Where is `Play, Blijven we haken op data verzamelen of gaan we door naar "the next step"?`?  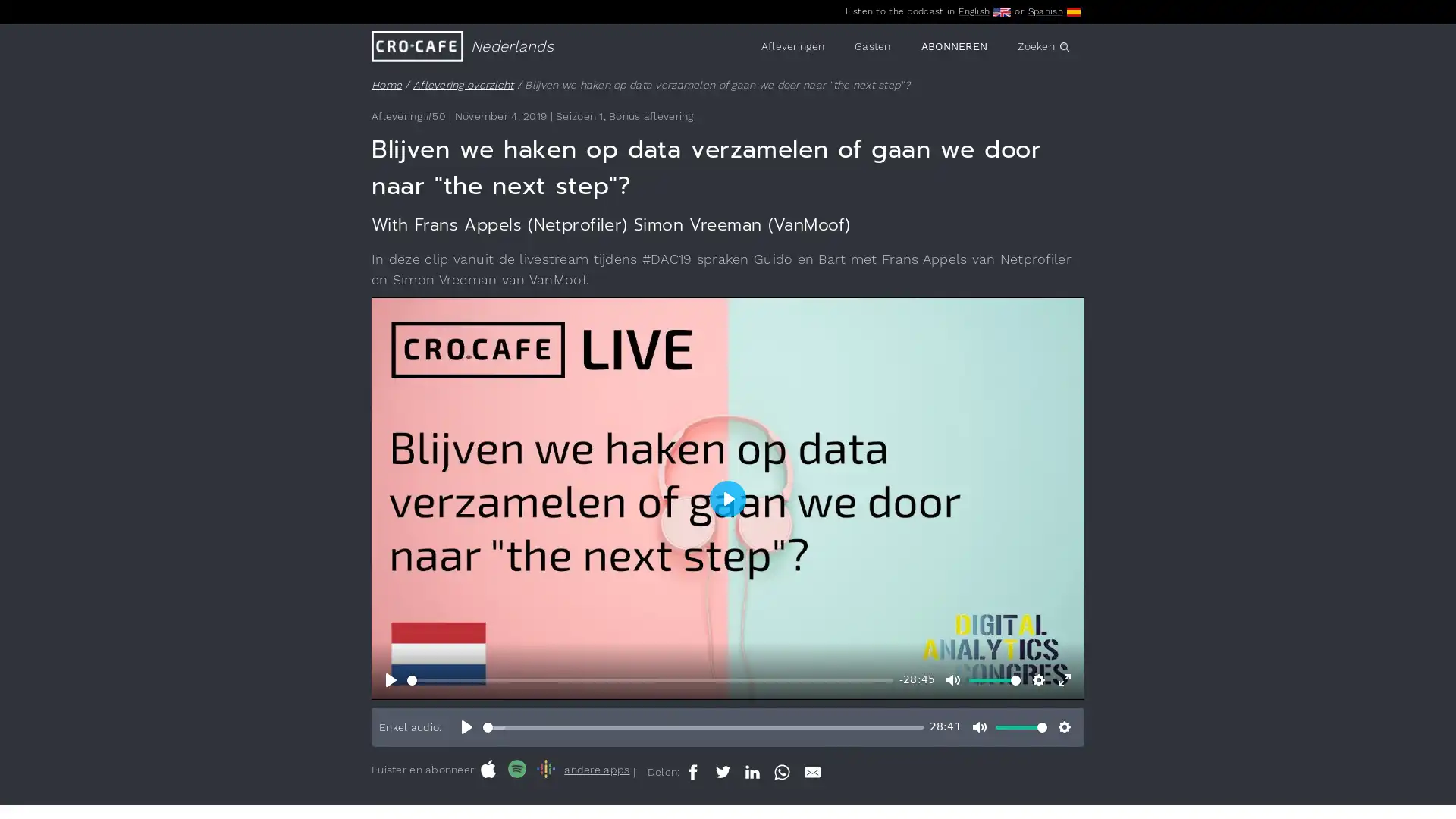 Play, Blijven we haken op data verzamelen of gaan we door naar "the next step"? is located at coordinates (728, 497).